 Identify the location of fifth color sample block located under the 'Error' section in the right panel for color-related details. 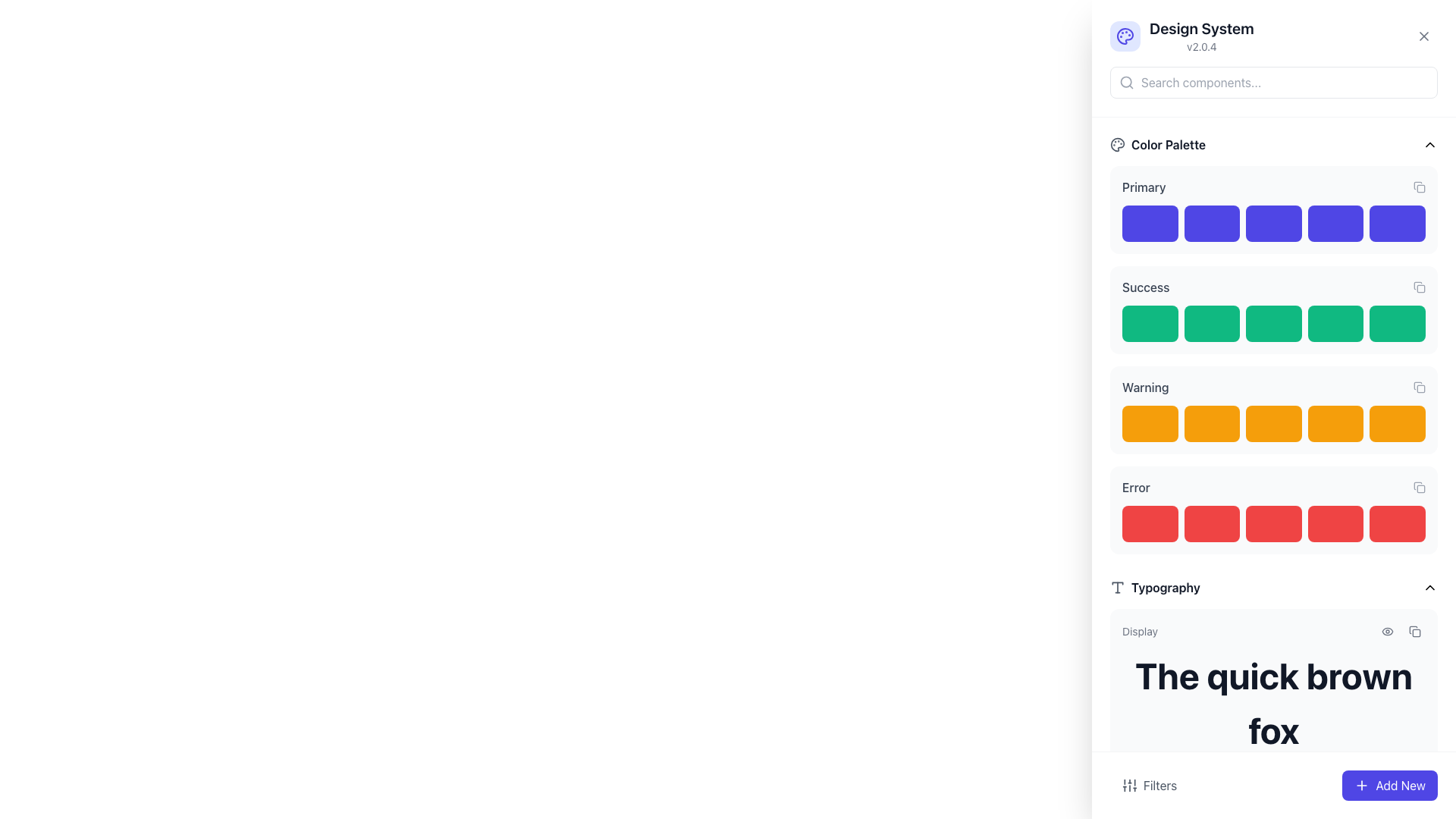
(1397, 522).